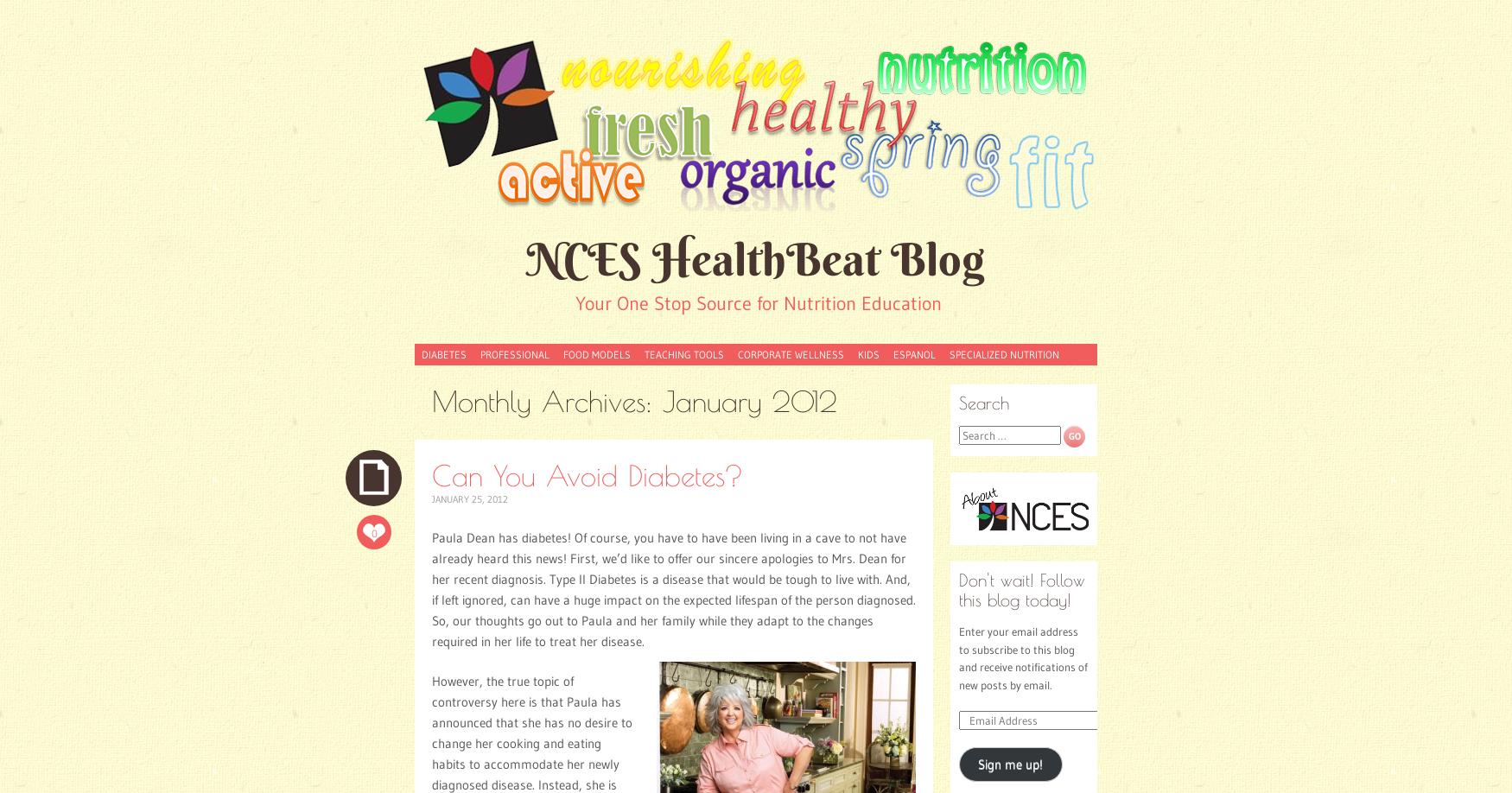 Image resolution: width=1512 pixels, height=793 pixels. Describe the element at coordinates (756, 257) in the screenshot. I see `'NCES HealthBeat Blog'` at that location.